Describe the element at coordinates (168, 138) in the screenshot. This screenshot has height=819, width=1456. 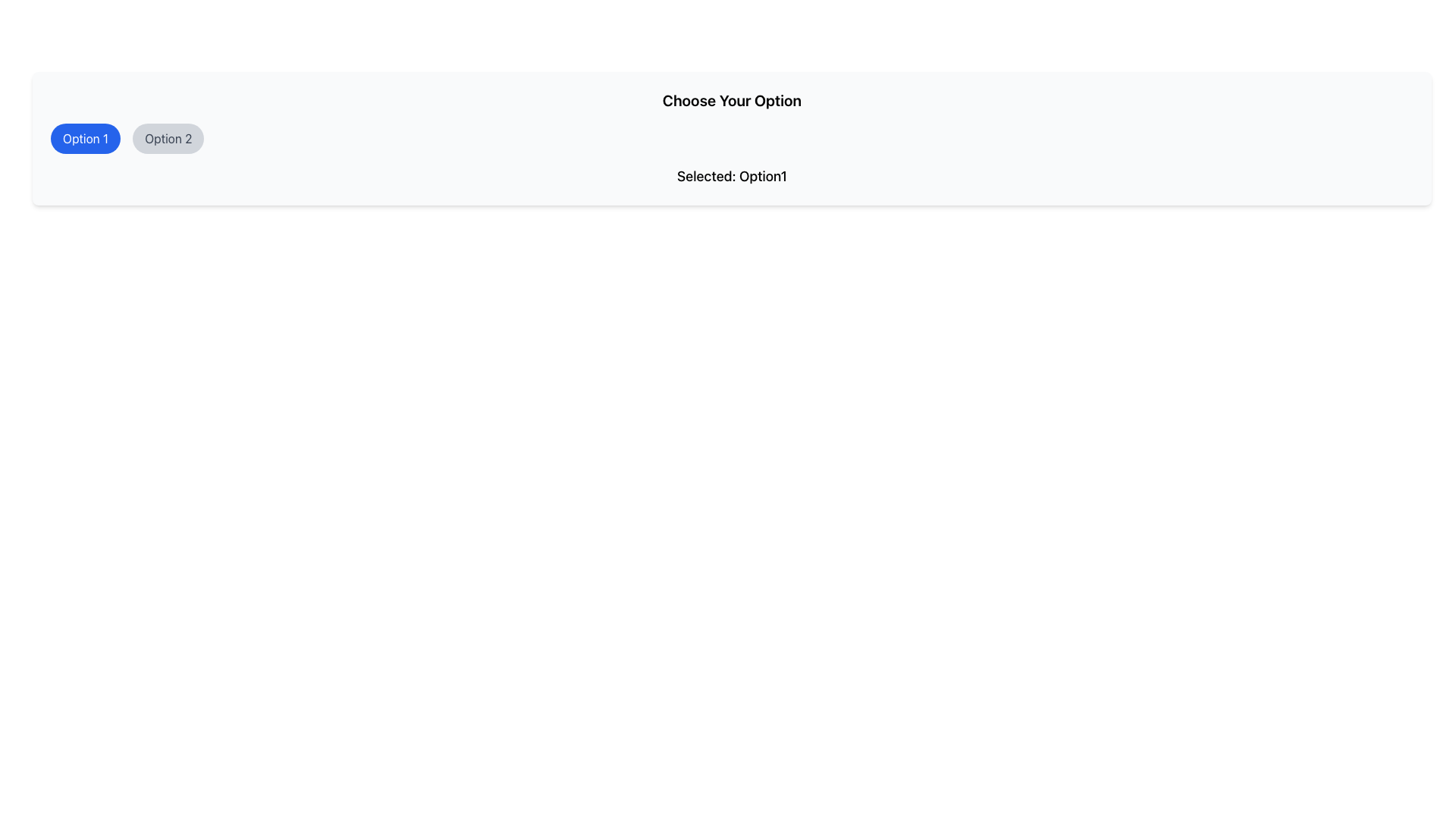
I see `the rounded button with a light gray background and dark gray text labeled 'Option 2'` at that location.